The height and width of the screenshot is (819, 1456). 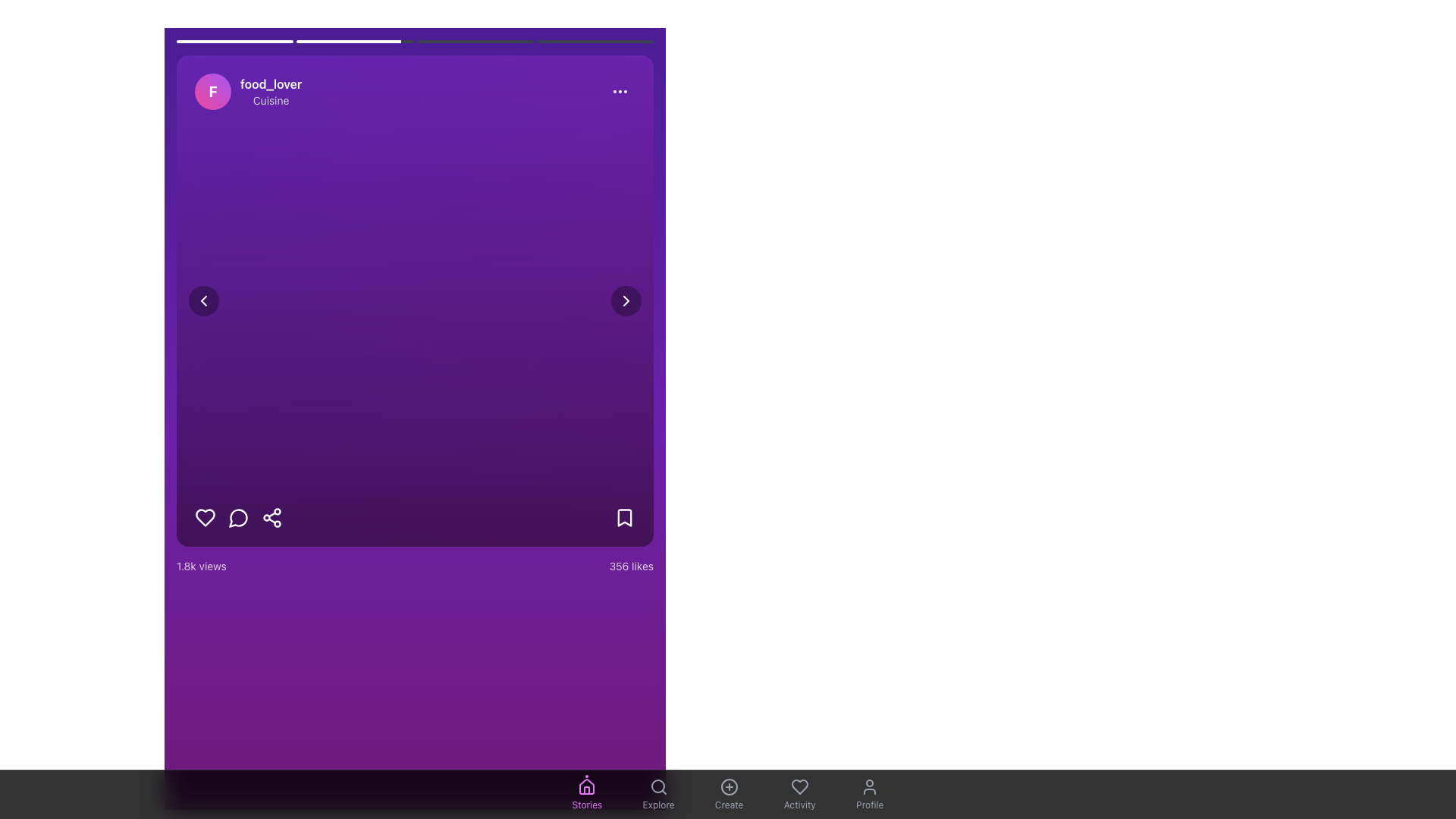 I want to click on the 'Stories' icon in the bottom navigation panel, which is the second icon from the left, visually representing the function of the 'Stories' section, so click(x=586, y=786).